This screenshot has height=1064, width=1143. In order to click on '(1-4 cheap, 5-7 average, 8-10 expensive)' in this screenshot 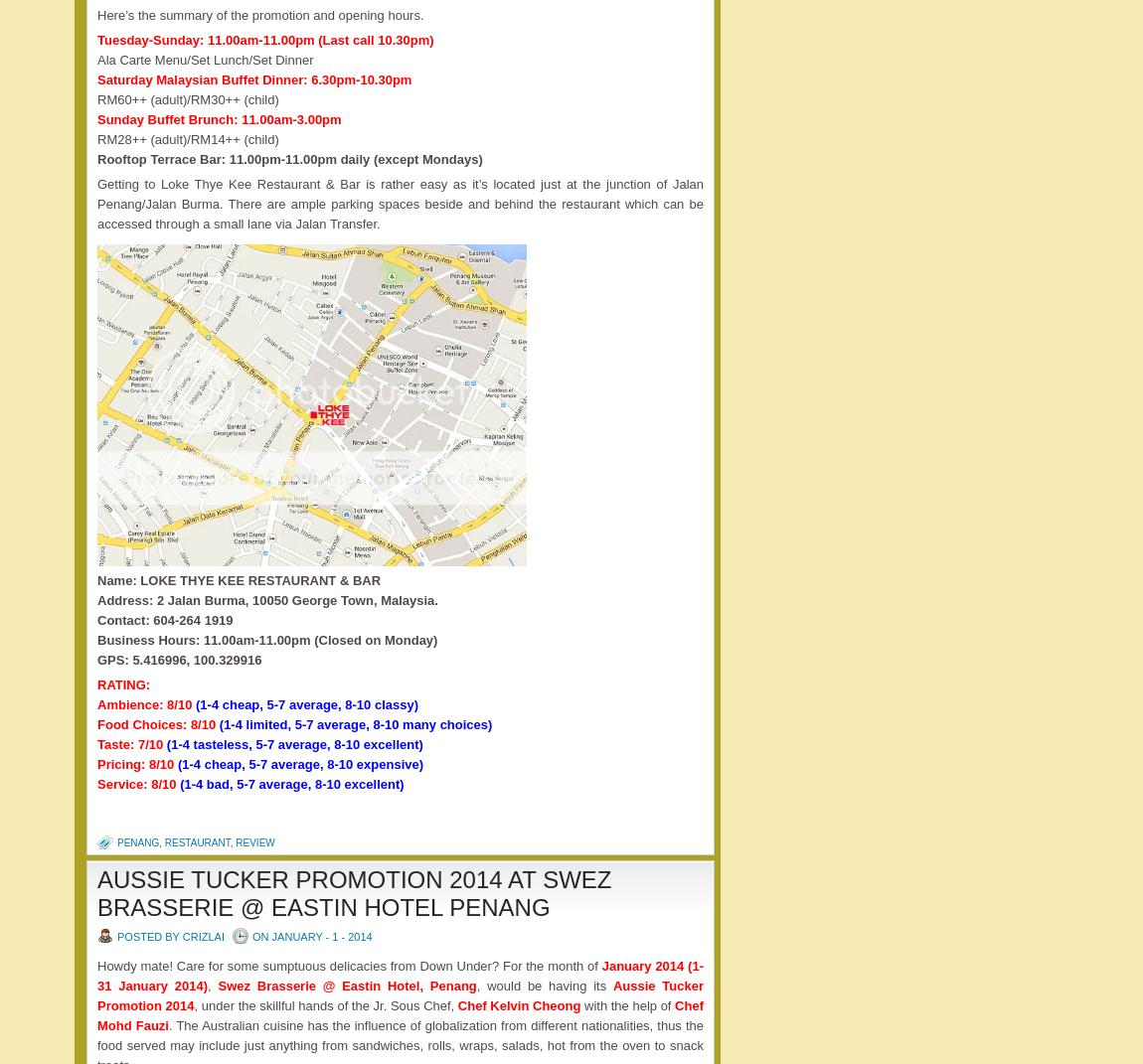, I will do `click(299, 763)`.